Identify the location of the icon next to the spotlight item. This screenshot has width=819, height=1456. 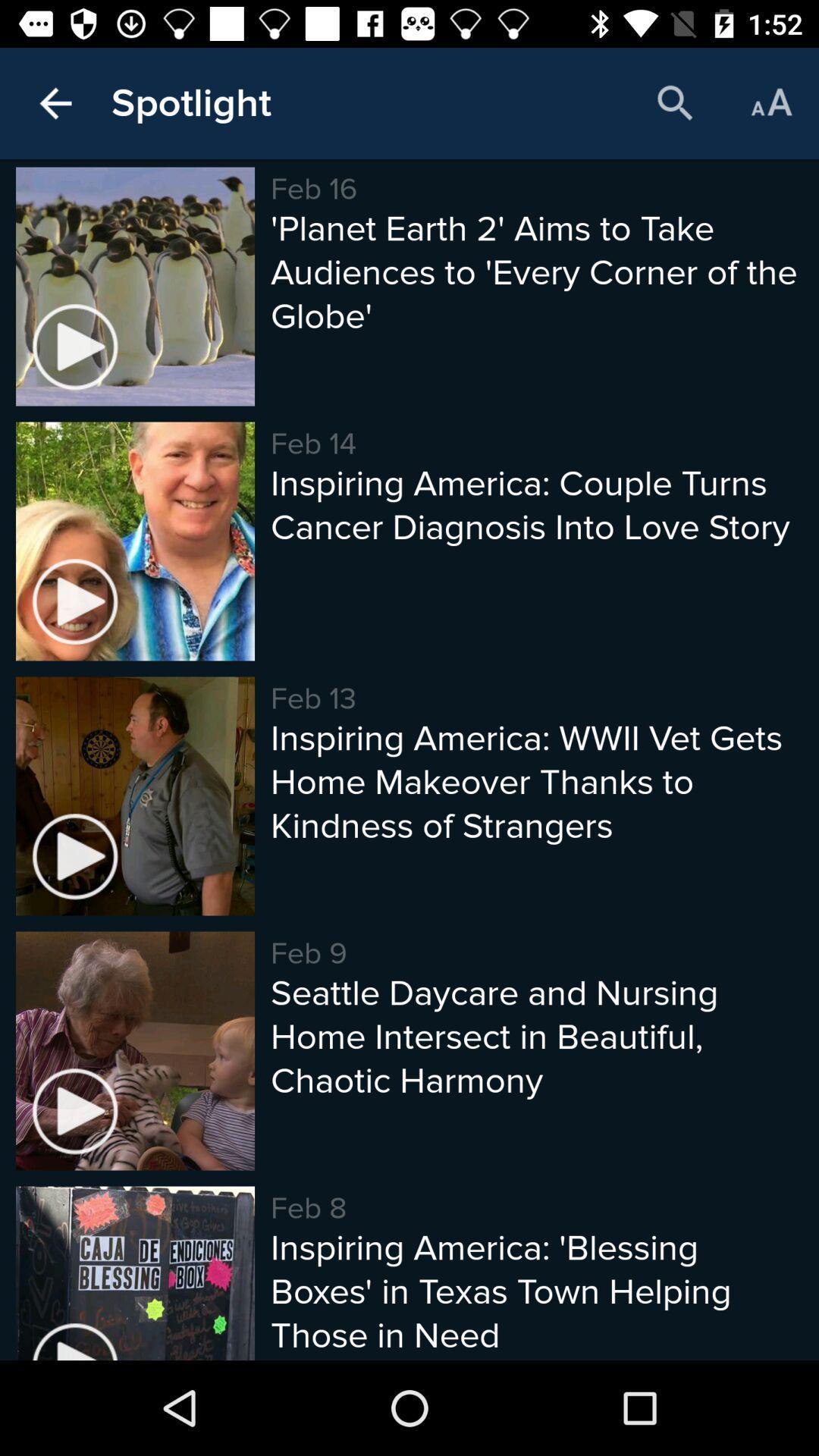
(55, 102).